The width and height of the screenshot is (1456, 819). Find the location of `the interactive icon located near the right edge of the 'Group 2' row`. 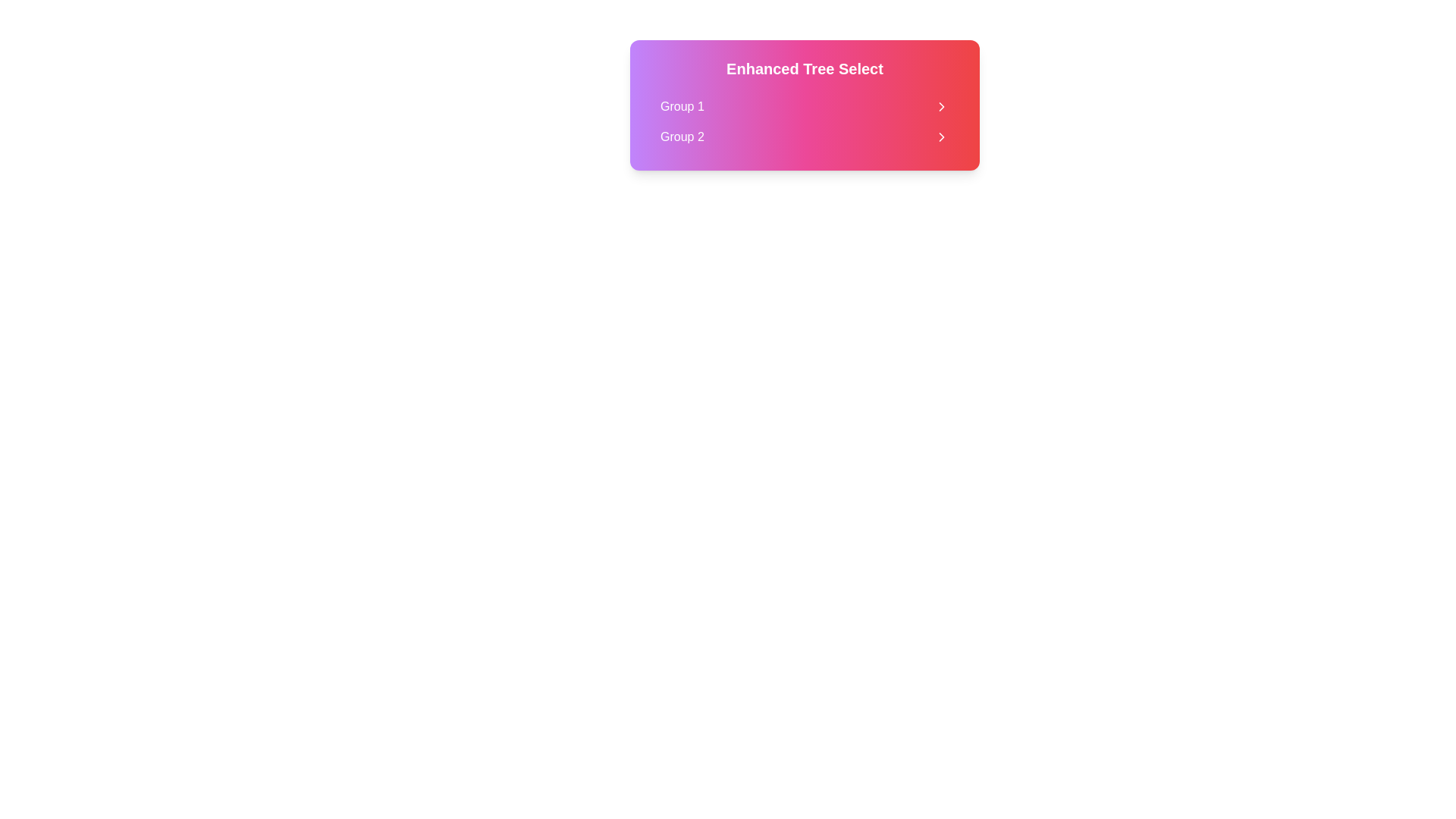

the interactive icon located near the right edge of the 'Group 2' row is located at coordinates (941, 137).